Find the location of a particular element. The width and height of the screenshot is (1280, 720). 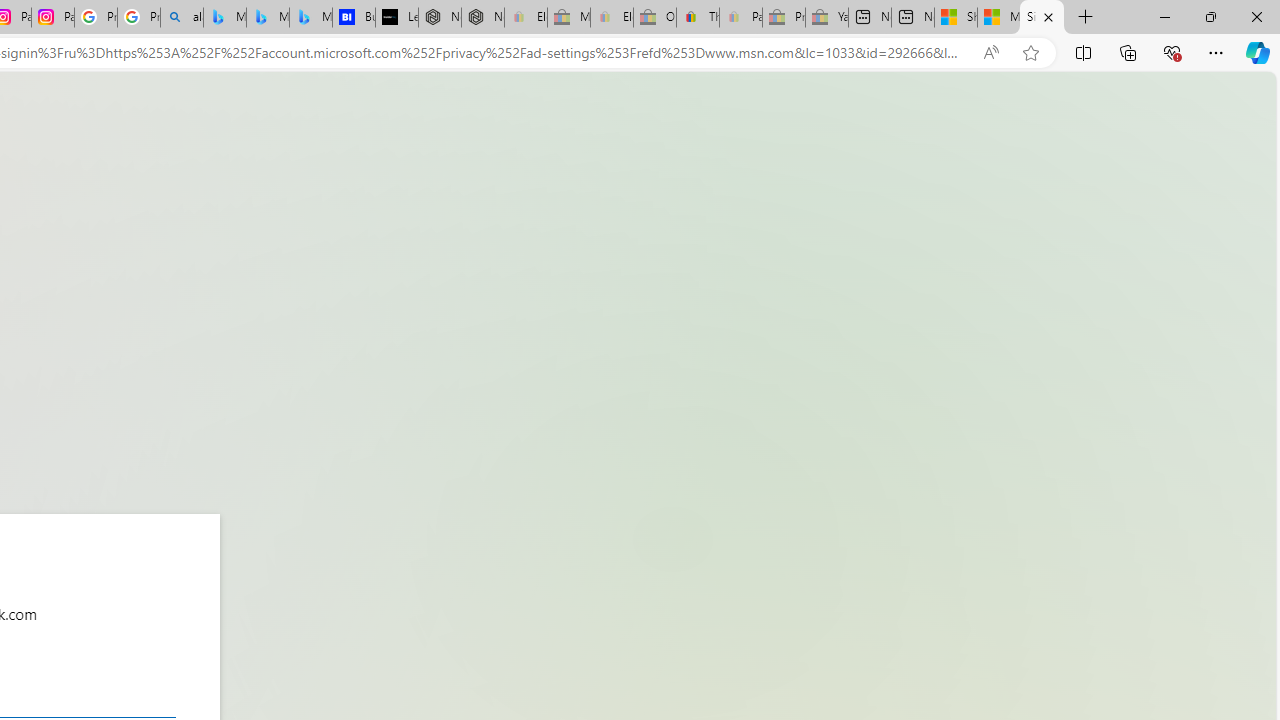

'Threats and offensive language policy | eBay' is located at coordinates (698, 17).